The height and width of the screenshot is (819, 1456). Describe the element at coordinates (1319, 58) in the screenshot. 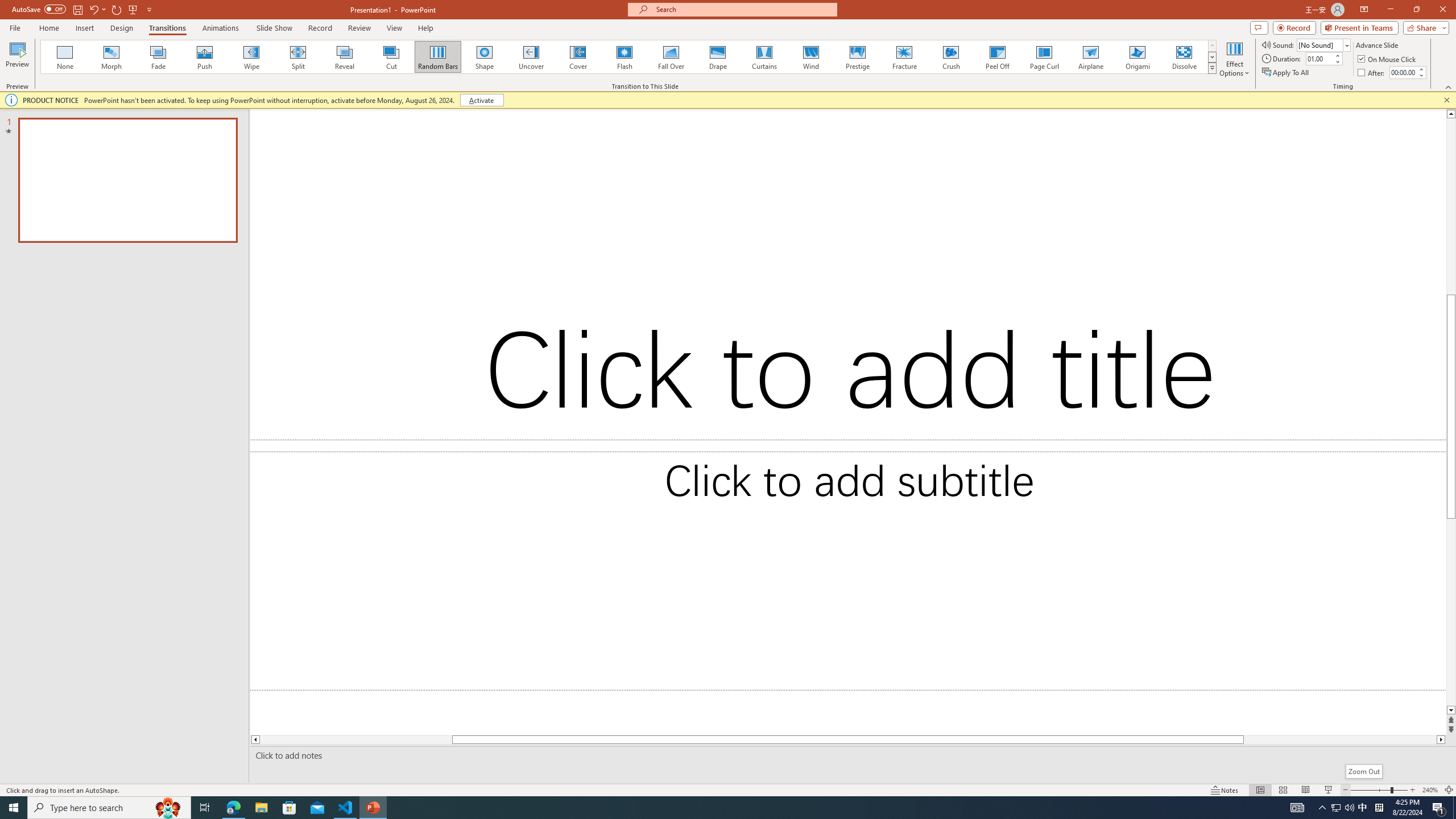

I see `'Duration'` at that location.